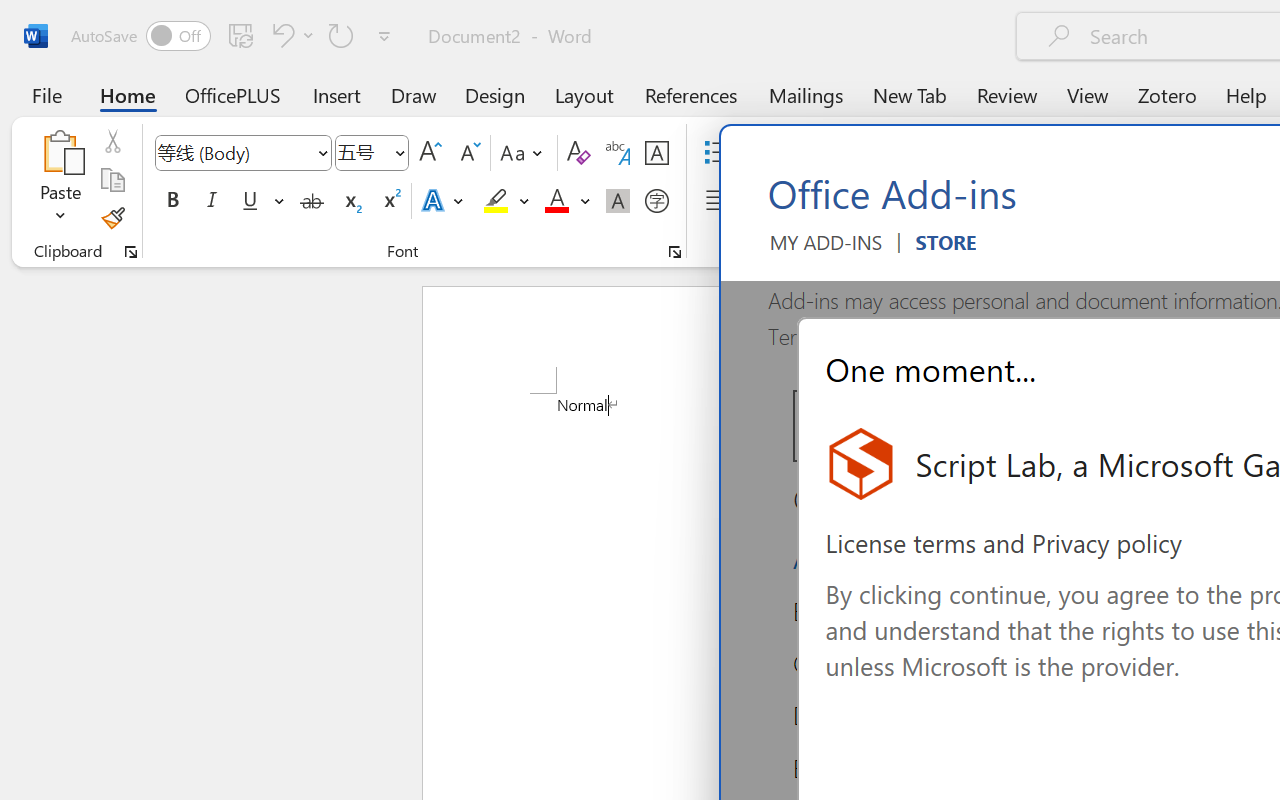 Image resolution: width=1280 pixels, height=800 pixels. Describe the element at coordinates (172, 201) in the screenshot. I see `'Bold'` at that location.